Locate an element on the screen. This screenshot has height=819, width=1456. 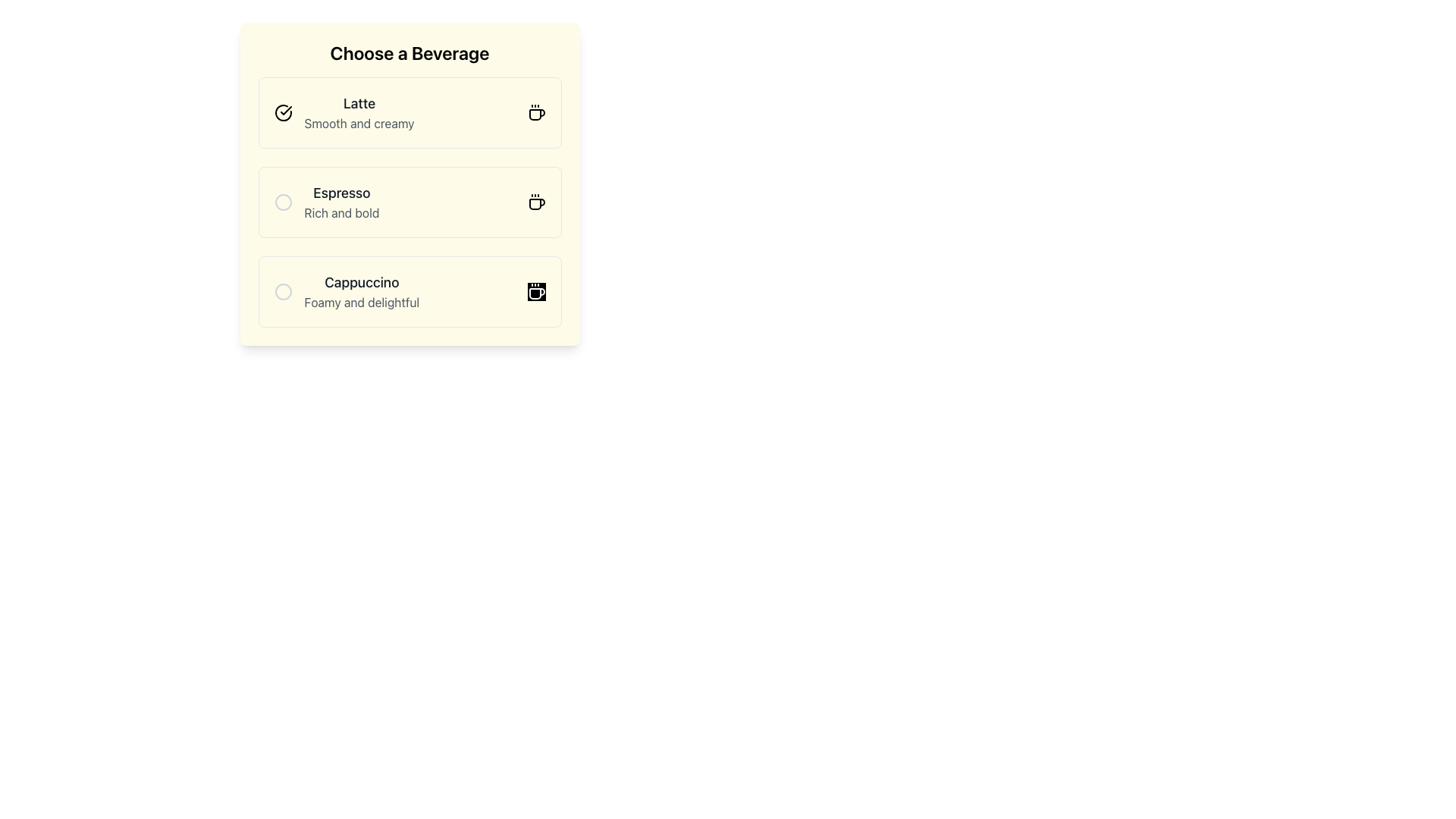
textual description of the beverage option titled 'Latte', which includes the title in bold and the subtitle 'Smooth and creamy', located at the center of the element in the list titled 'Choose a Beverage' is located at coordinates (359, 112).